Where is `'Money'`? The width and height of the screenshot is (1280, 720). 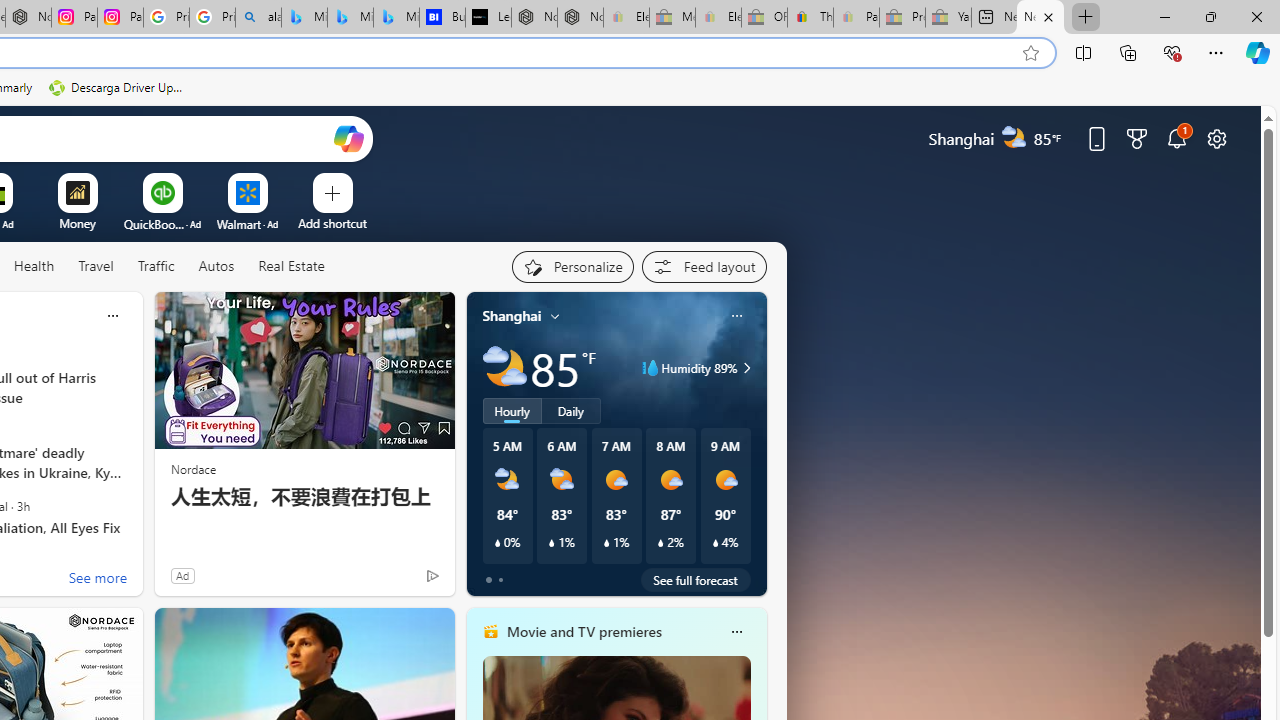
'Money' is located at coordinates (77, 223).